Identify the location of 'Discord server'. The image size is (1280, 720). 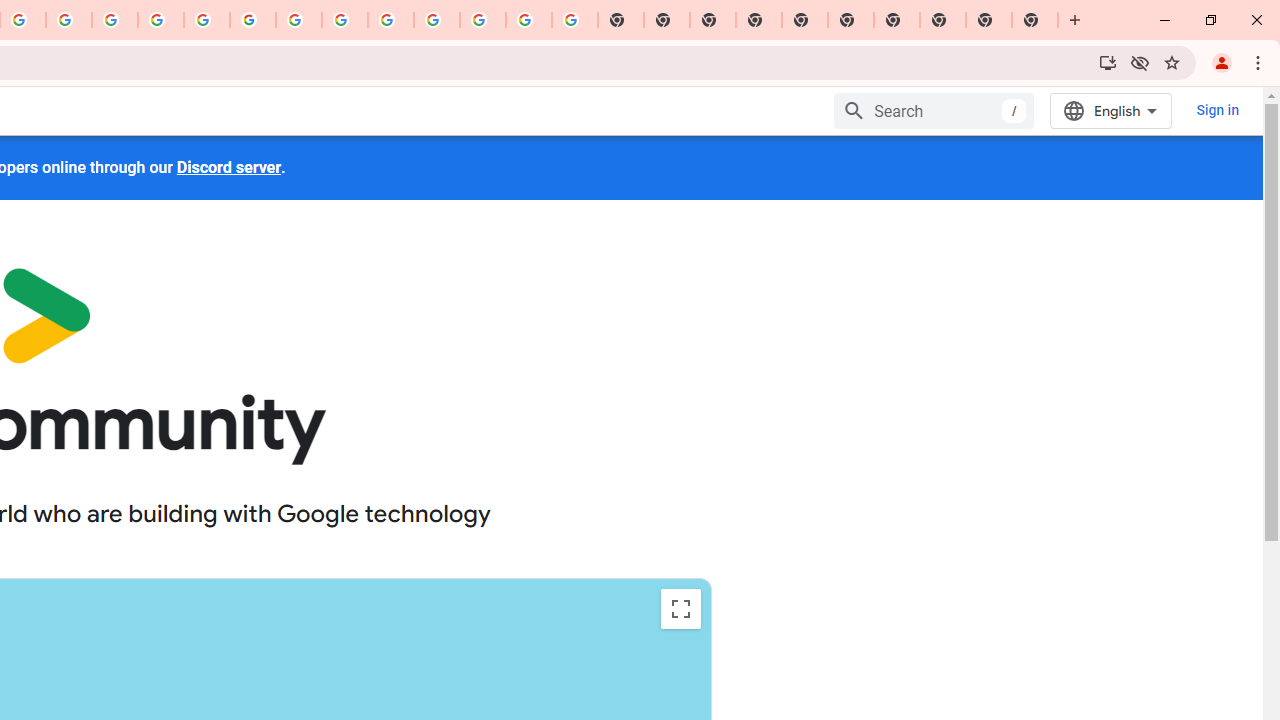
(229, 166).